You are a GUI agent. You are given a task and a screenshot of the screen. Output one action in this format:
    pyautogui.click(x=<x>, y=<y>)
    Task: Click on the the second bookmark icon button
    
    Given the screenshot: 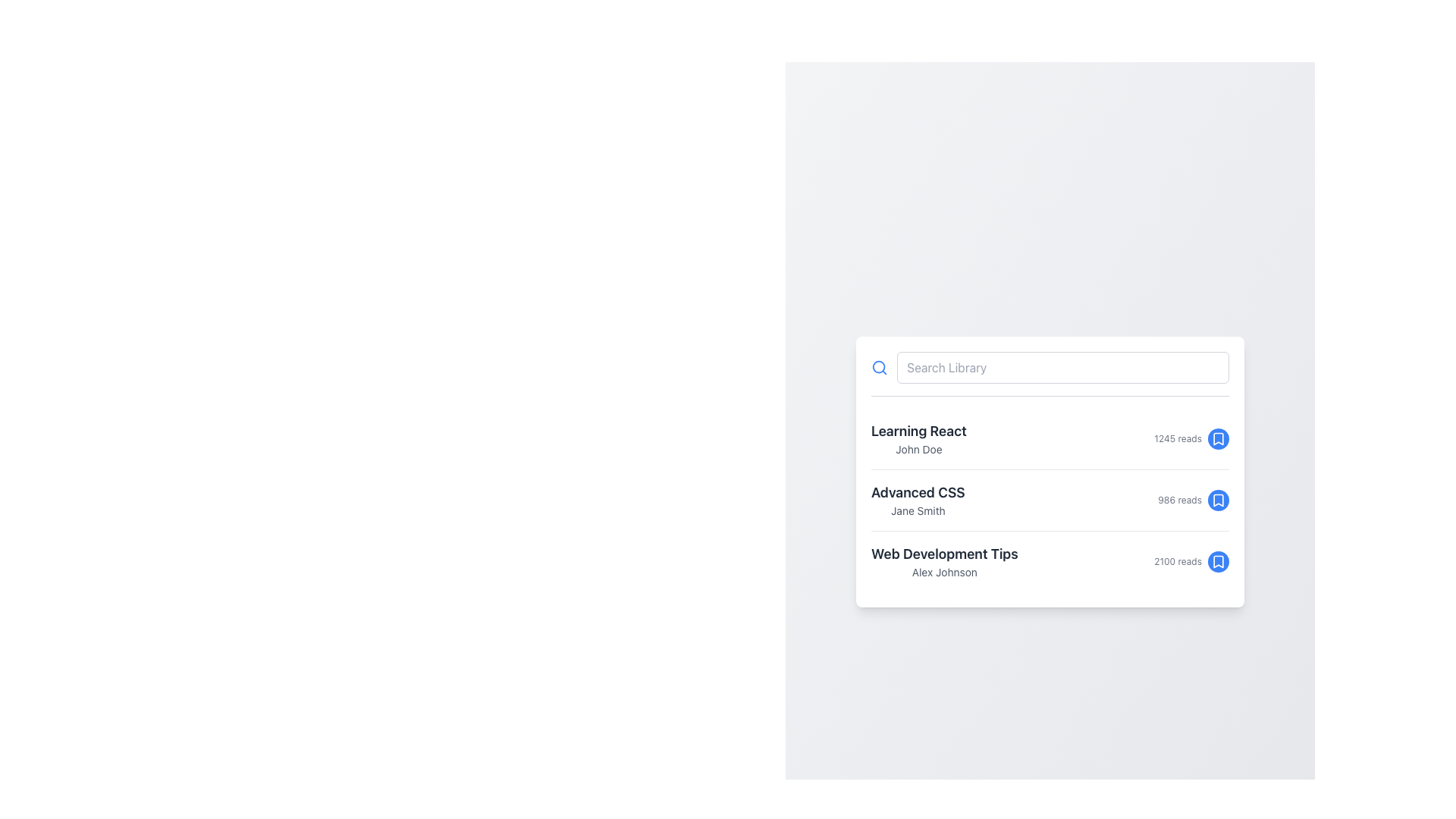 What is the action you would take?
    pyautogui.click(x=1219, y=500)
    